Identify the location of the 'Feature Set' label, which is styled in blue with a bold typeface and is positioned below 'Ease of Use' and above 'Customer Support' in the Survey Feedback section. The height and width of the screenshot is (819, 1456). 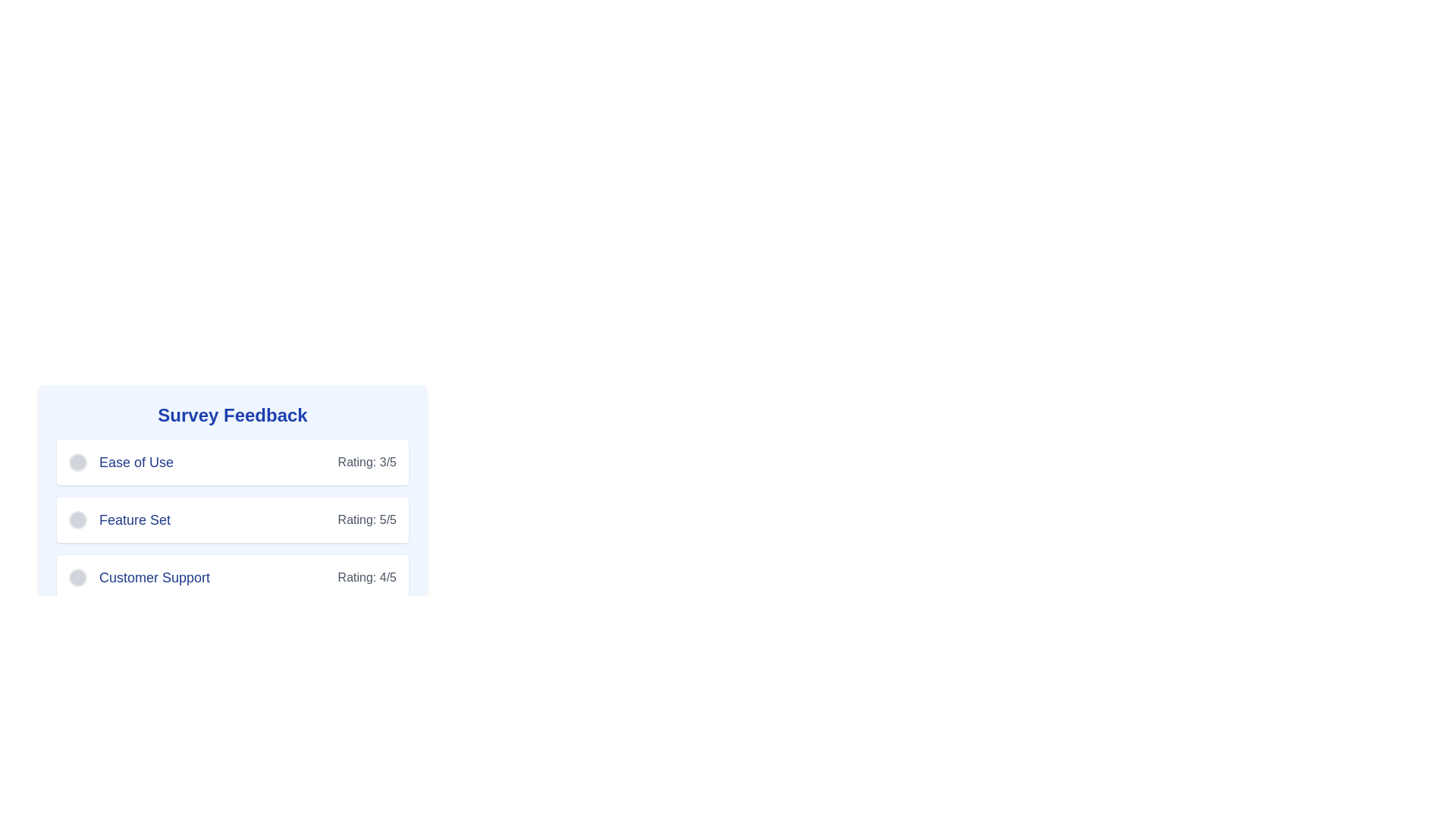
(134, 519).